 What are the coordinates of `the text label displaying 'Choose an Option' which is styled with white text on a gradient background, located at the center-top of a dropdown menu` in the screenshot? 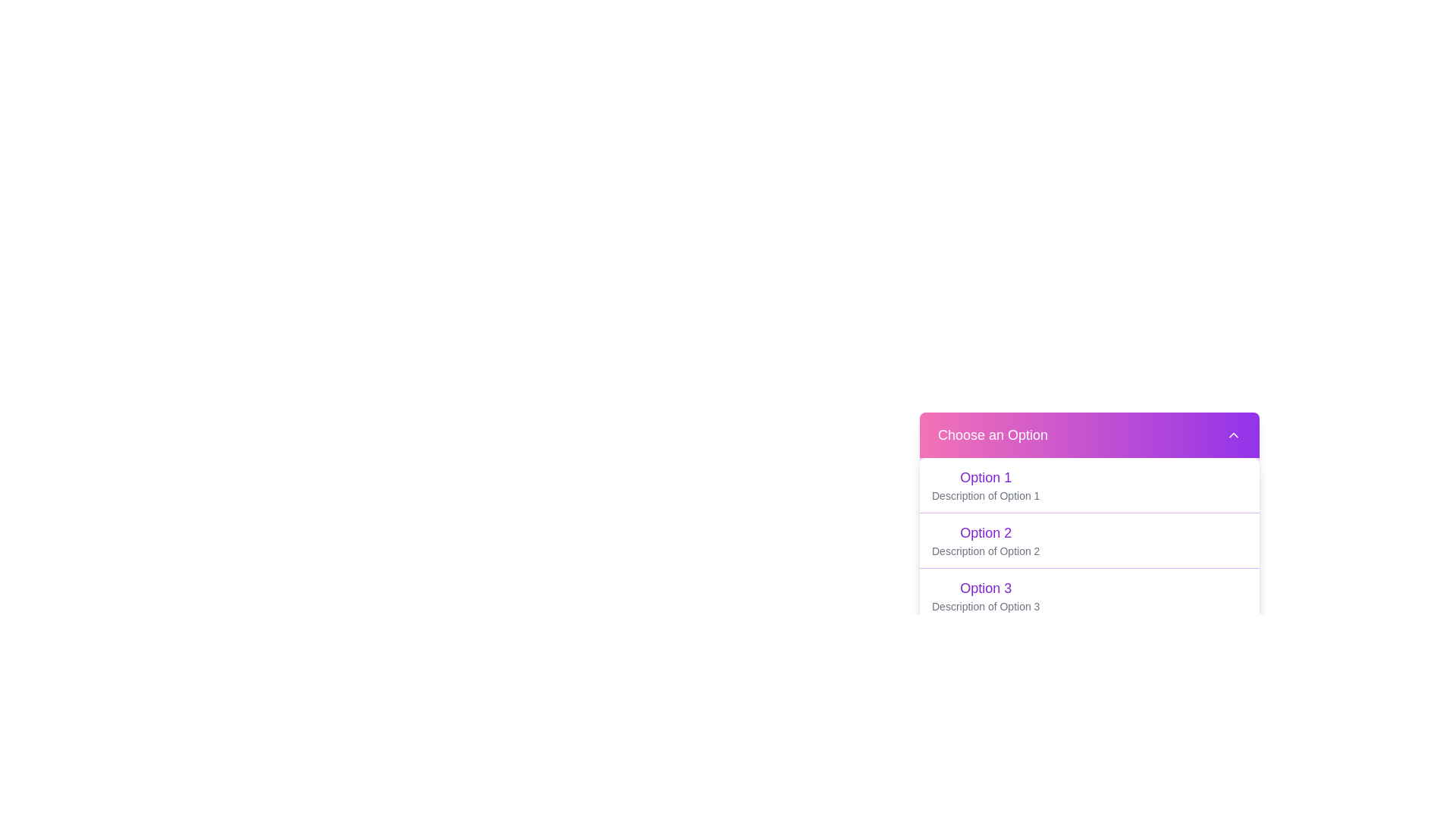 It's located at (993, 435).